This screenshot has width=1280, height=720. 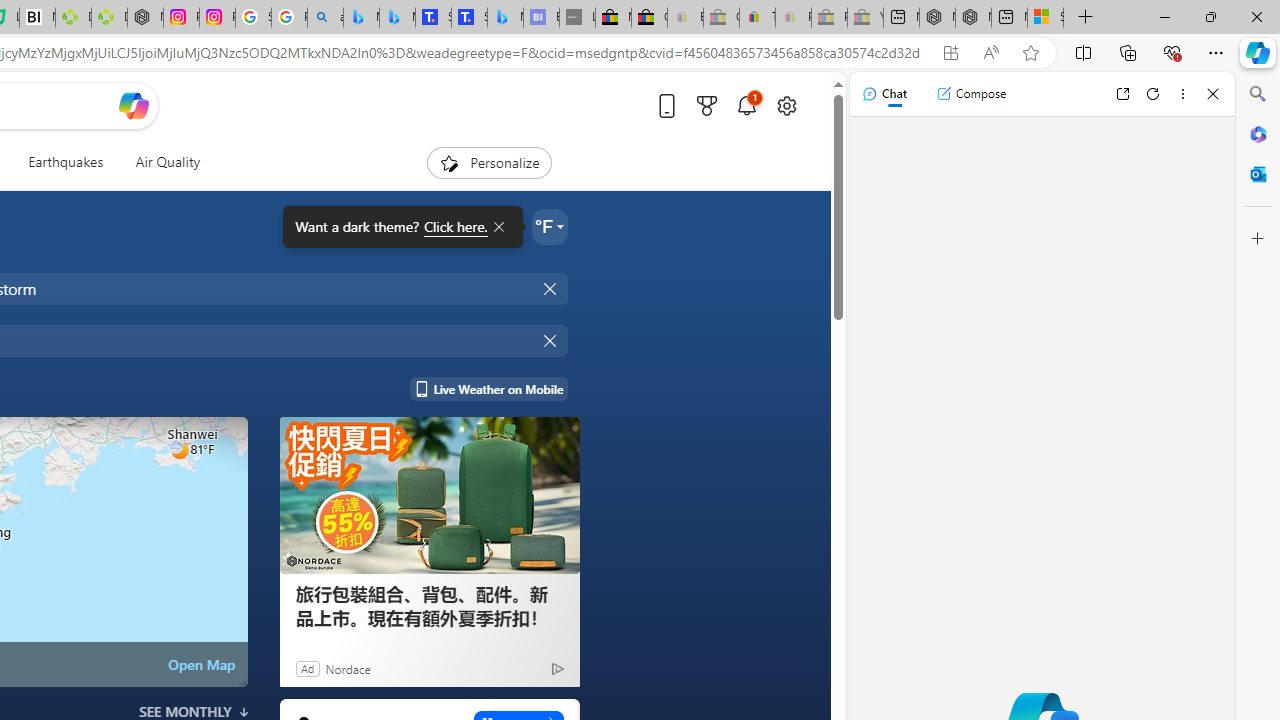 What do you see at coordinates (792, 17) in the screenshot?
I see `'Payments Terms of Use | eBay.com - Sleeping'` at bounding box center [792, 17].